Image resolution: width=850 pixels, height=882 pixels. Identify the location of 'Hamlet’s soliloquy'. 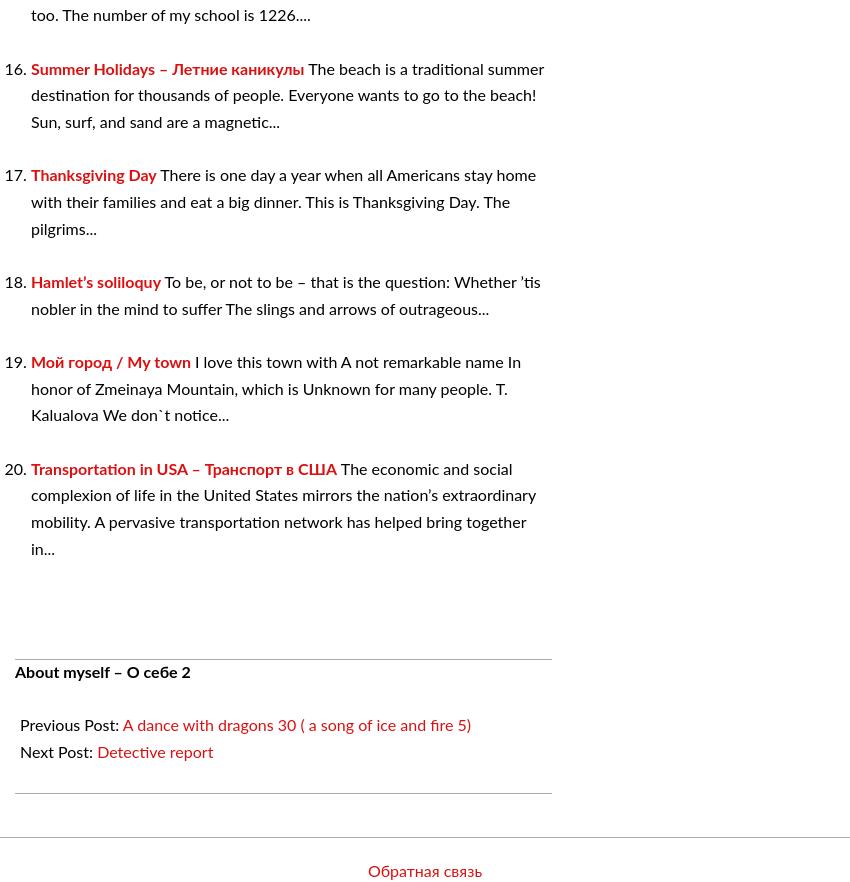
(96, 281).